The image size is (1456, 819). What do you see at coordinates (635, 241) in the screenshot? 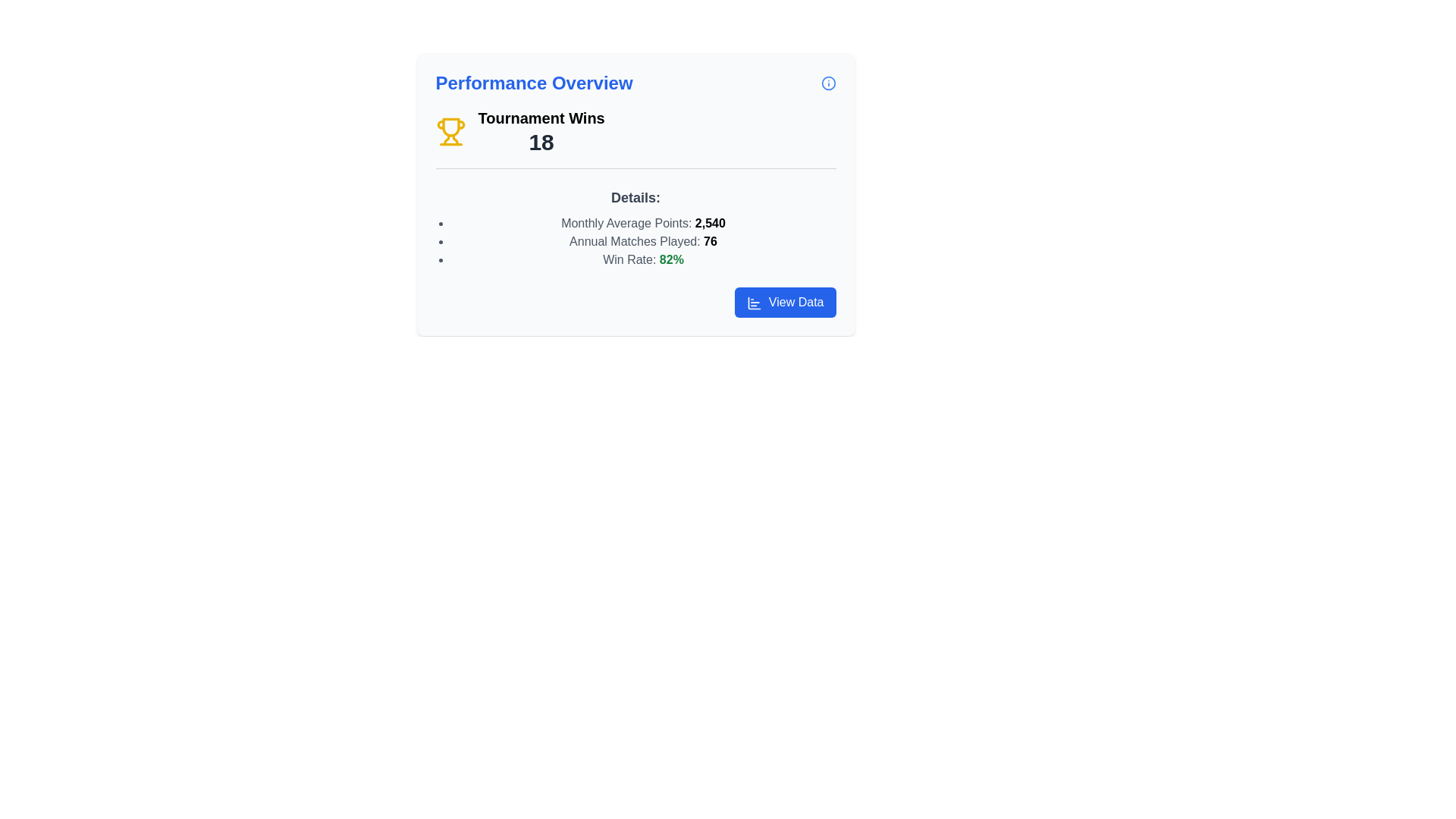
I see `text content from the list displaying 'Monthly Average Points: 2,540', 'Annual Matches Played: 76', and 'Win Rate: 82%' located beneath the 'Details:' heading` at bounding box center [635, 241].